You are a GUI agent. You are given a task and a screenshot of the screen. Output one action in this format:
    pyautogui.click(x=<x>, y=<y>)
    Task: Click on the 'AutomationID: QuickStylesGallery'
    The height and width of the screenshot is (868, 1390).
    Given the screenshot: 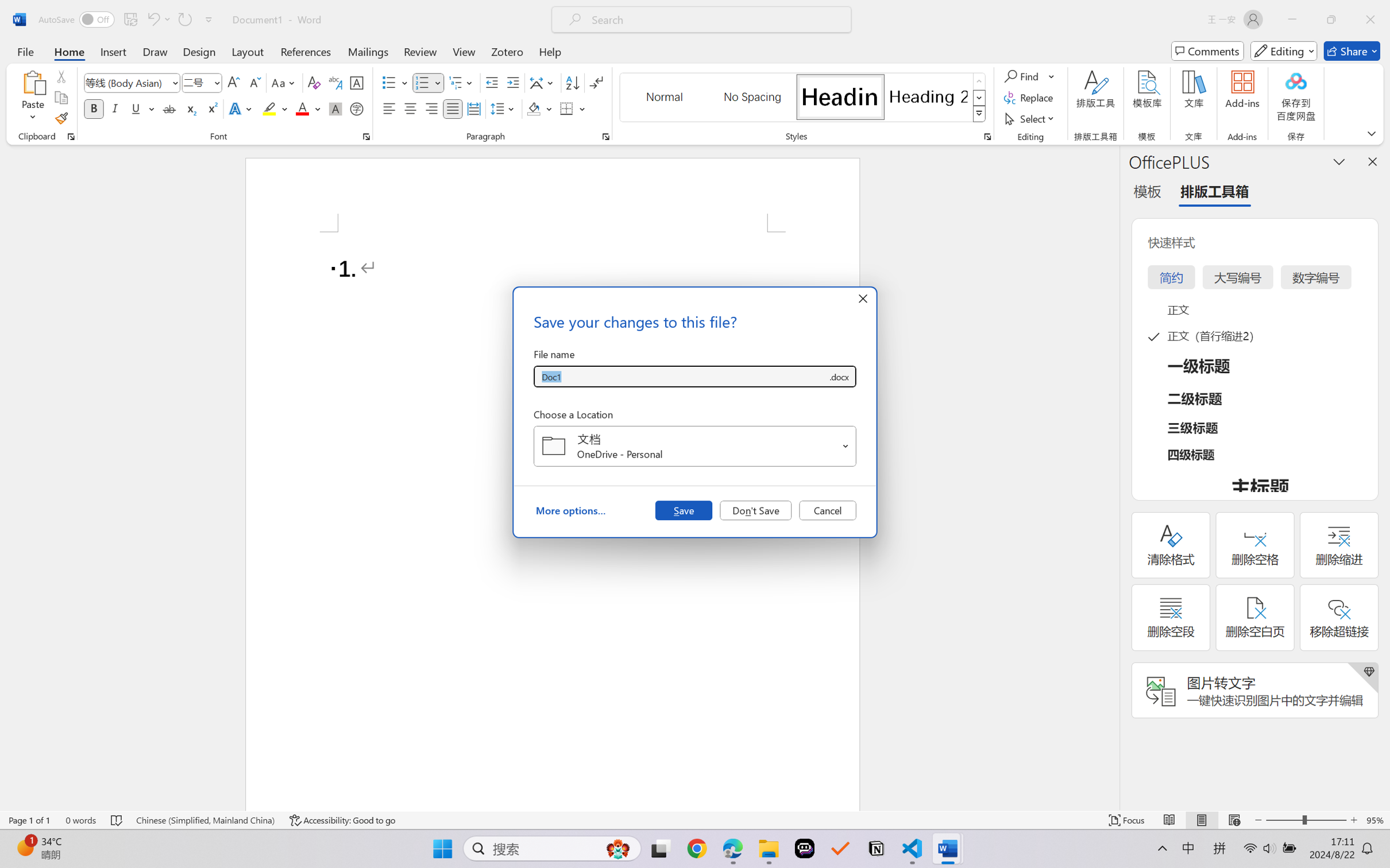 What is the action you would take?
    pyautogui.click(x=802, y=98)
    